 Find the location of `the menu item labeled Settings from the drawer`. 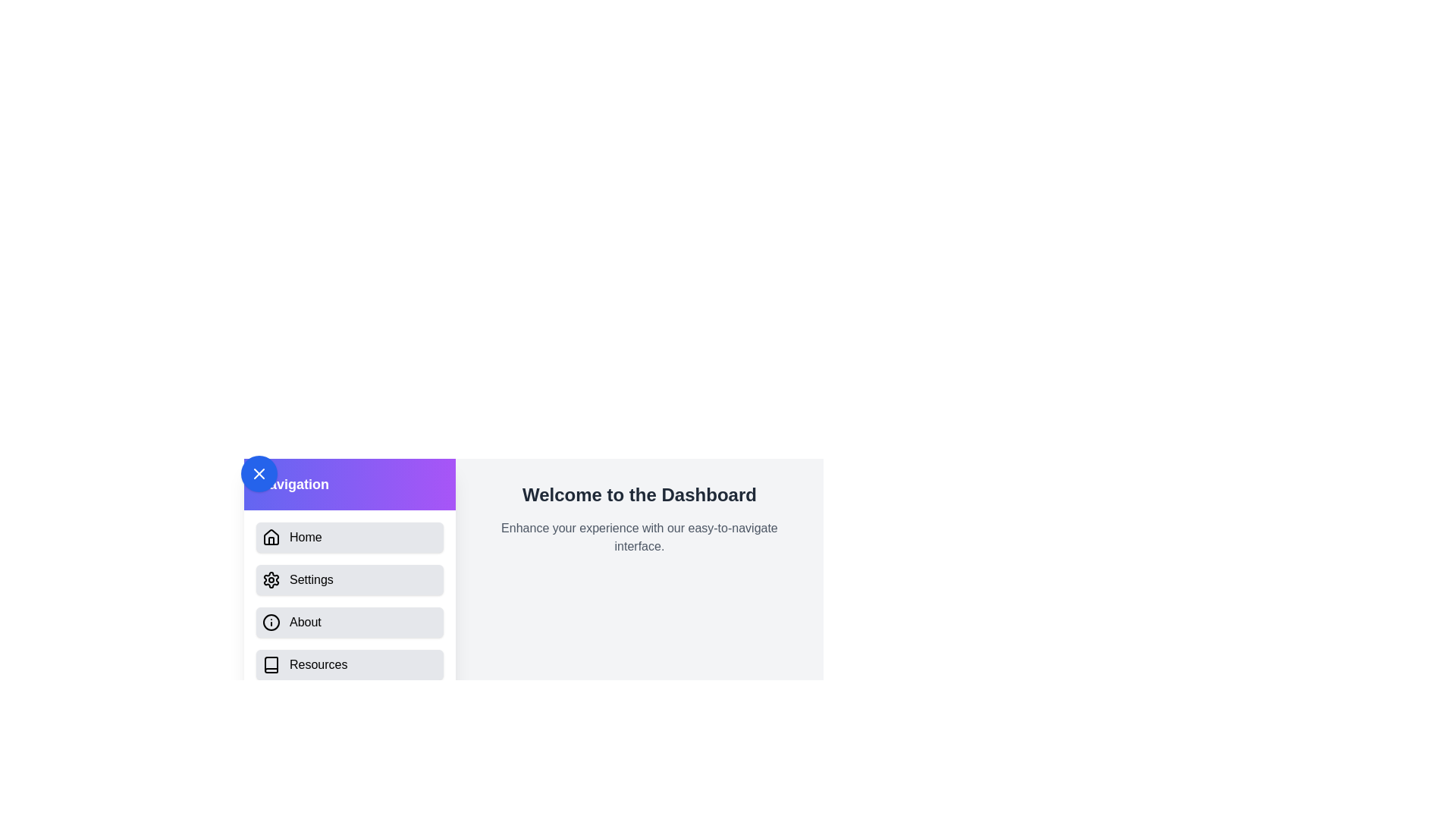

the menu item labeled Settings from the drawer is located at coordinates (348, 579).